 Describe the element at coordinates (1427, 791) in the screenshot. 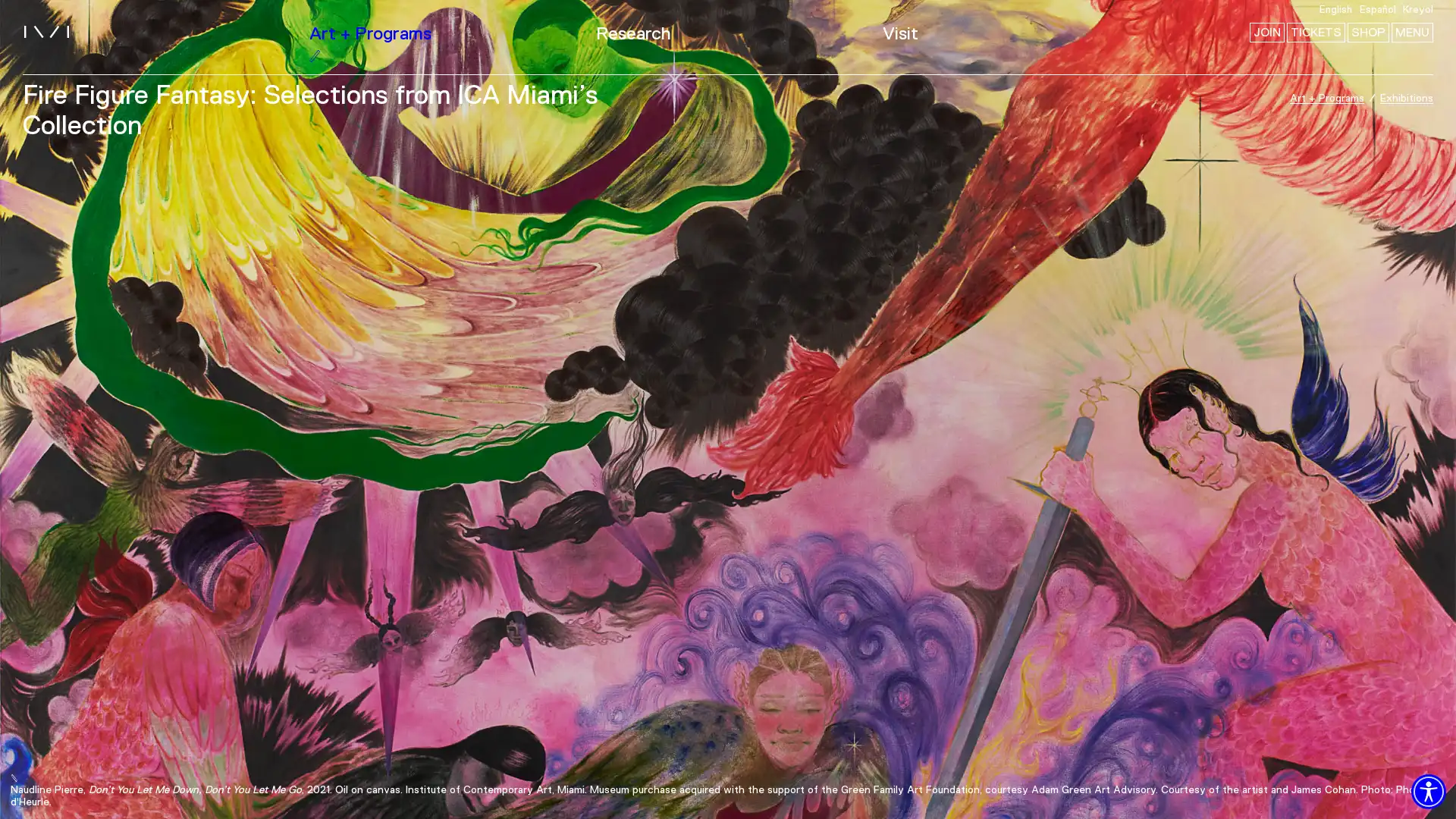

I see `Accessibility Menu` at that location.